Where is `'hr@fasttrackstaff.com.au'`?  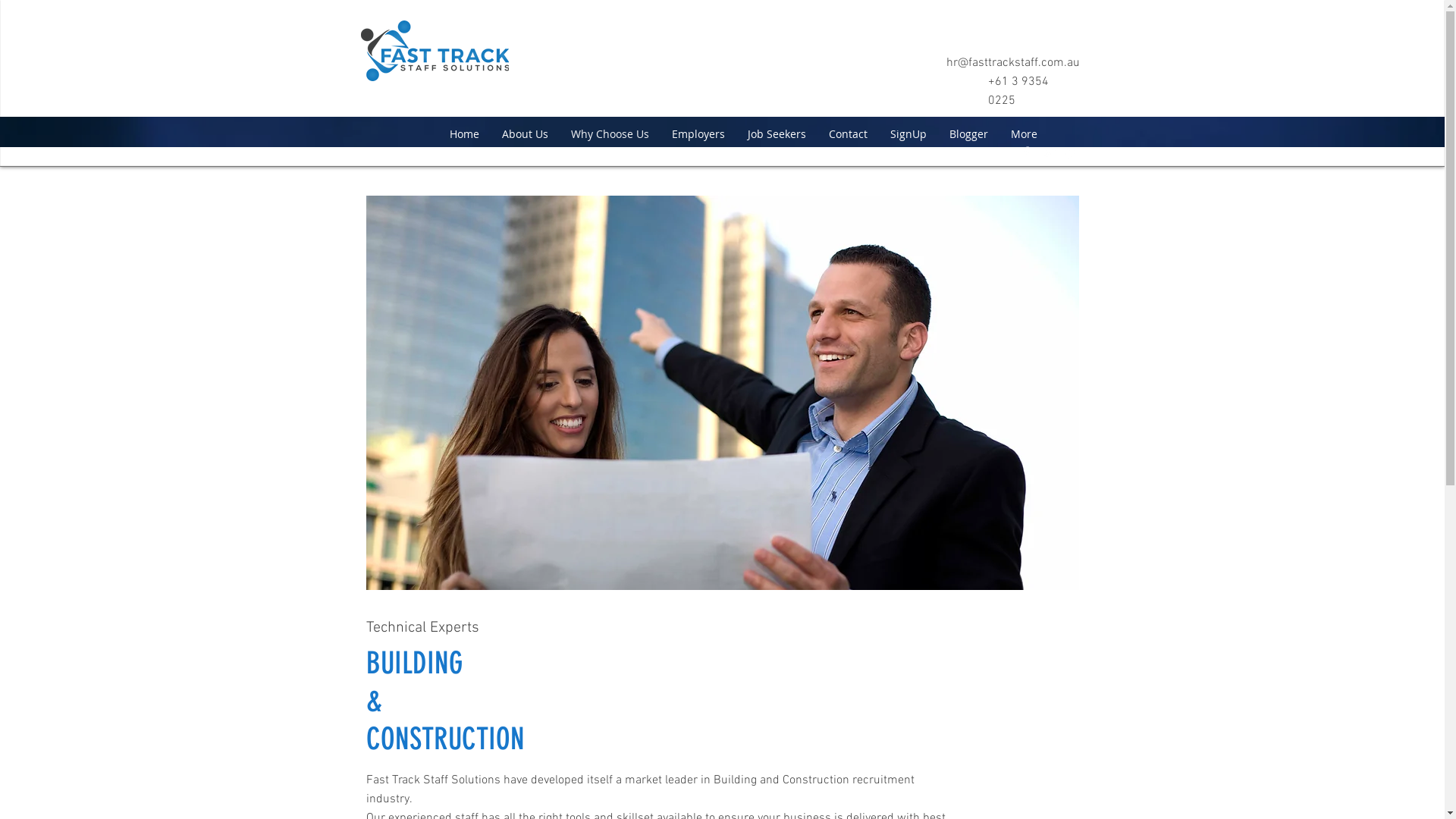 'hr@fasttrackstaff.com.au' is located at coordinates (1012, 62).